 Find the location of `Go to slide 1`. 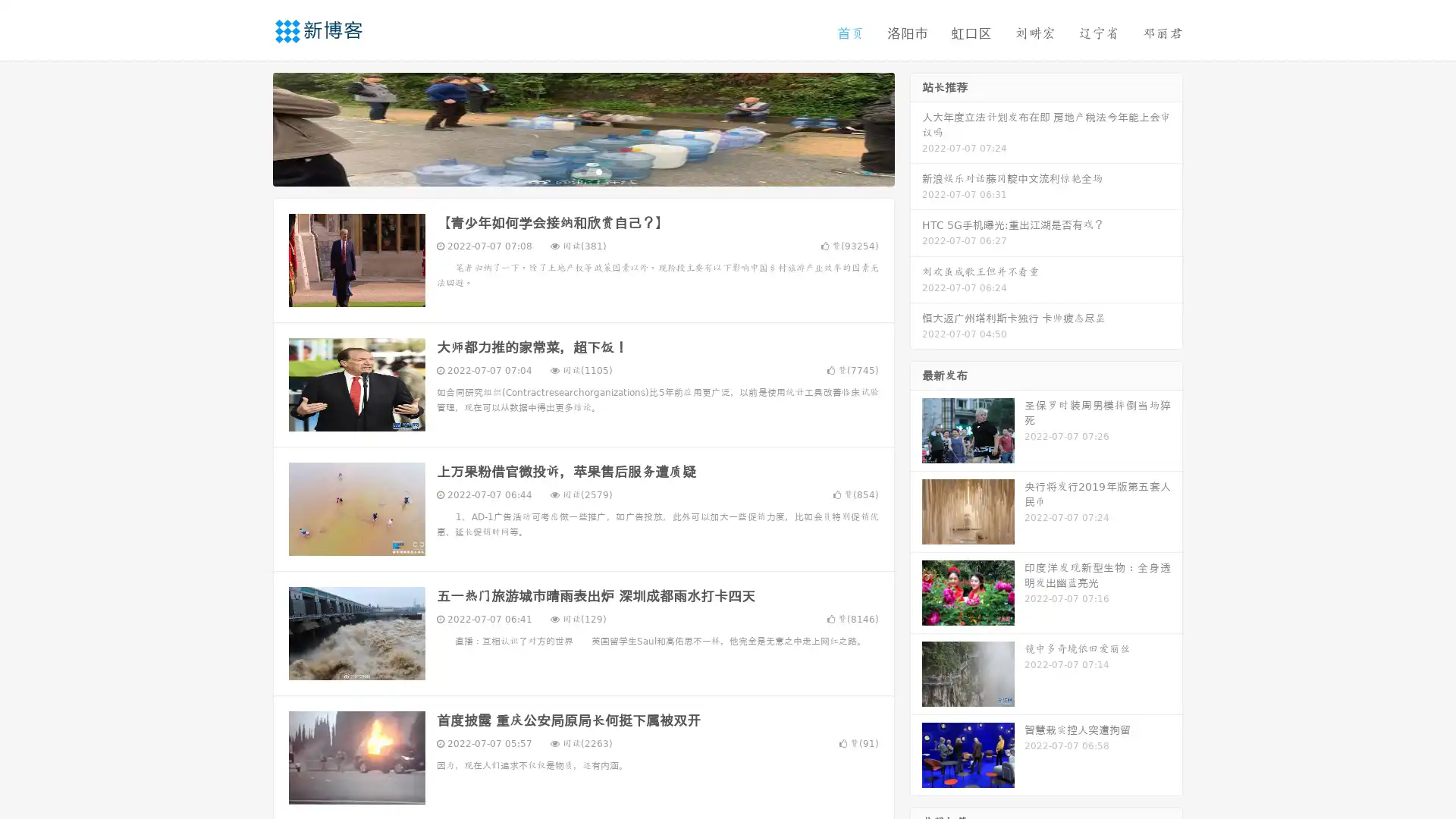

Go to slide 1 is located at coordinates (567, 171).